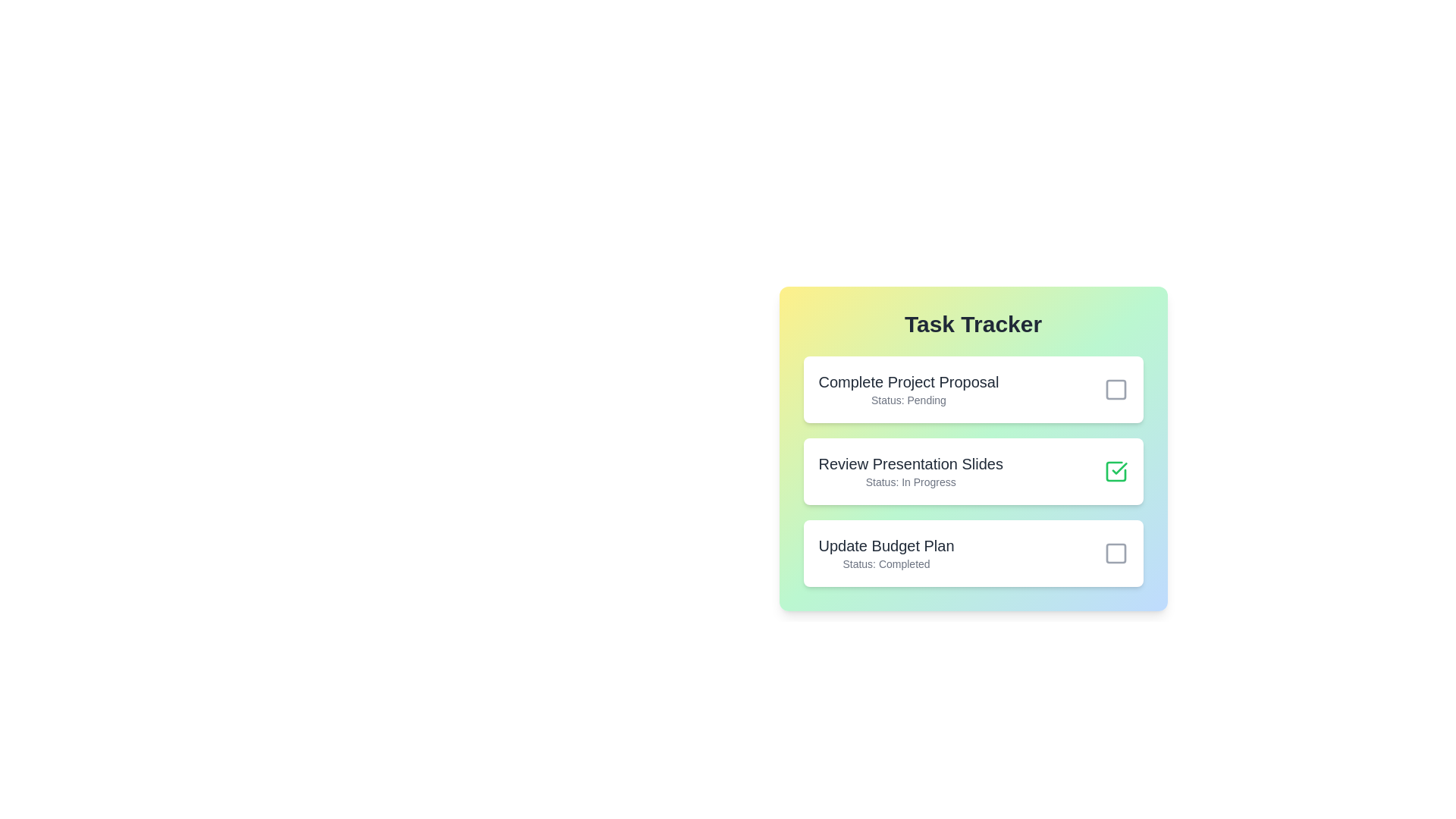 The image size is (1456, 819). Describe the element at coordinates (1116, 388) in the screenshot. I see `the checkbox corresponding to the task 'Complete Project Proposal'` at that location.